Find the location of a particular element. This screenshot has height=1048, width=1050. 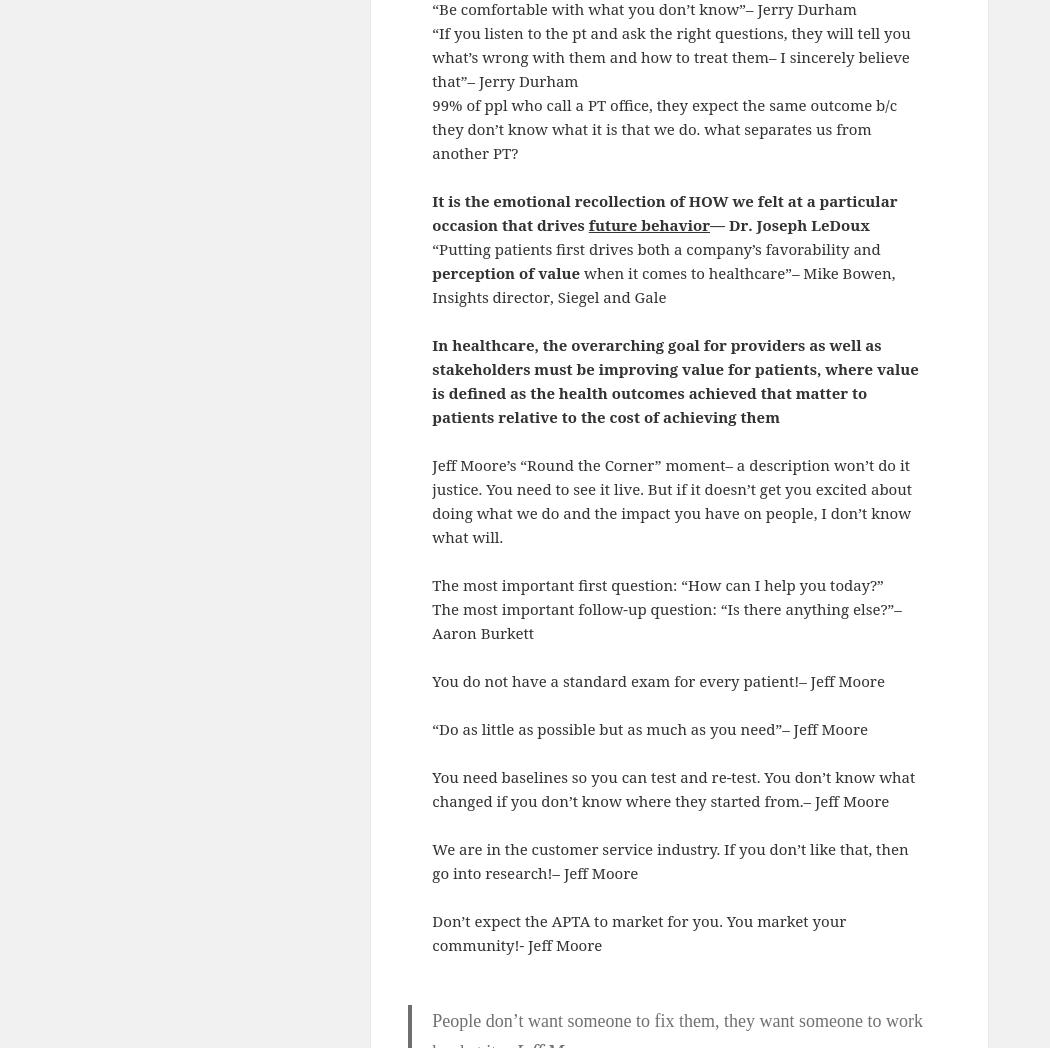

'You need baselines so you can test and re-test. You don’t know what changed if you don’t know where they started from.– Jeff Moore' is located at coordinates (672, 786).